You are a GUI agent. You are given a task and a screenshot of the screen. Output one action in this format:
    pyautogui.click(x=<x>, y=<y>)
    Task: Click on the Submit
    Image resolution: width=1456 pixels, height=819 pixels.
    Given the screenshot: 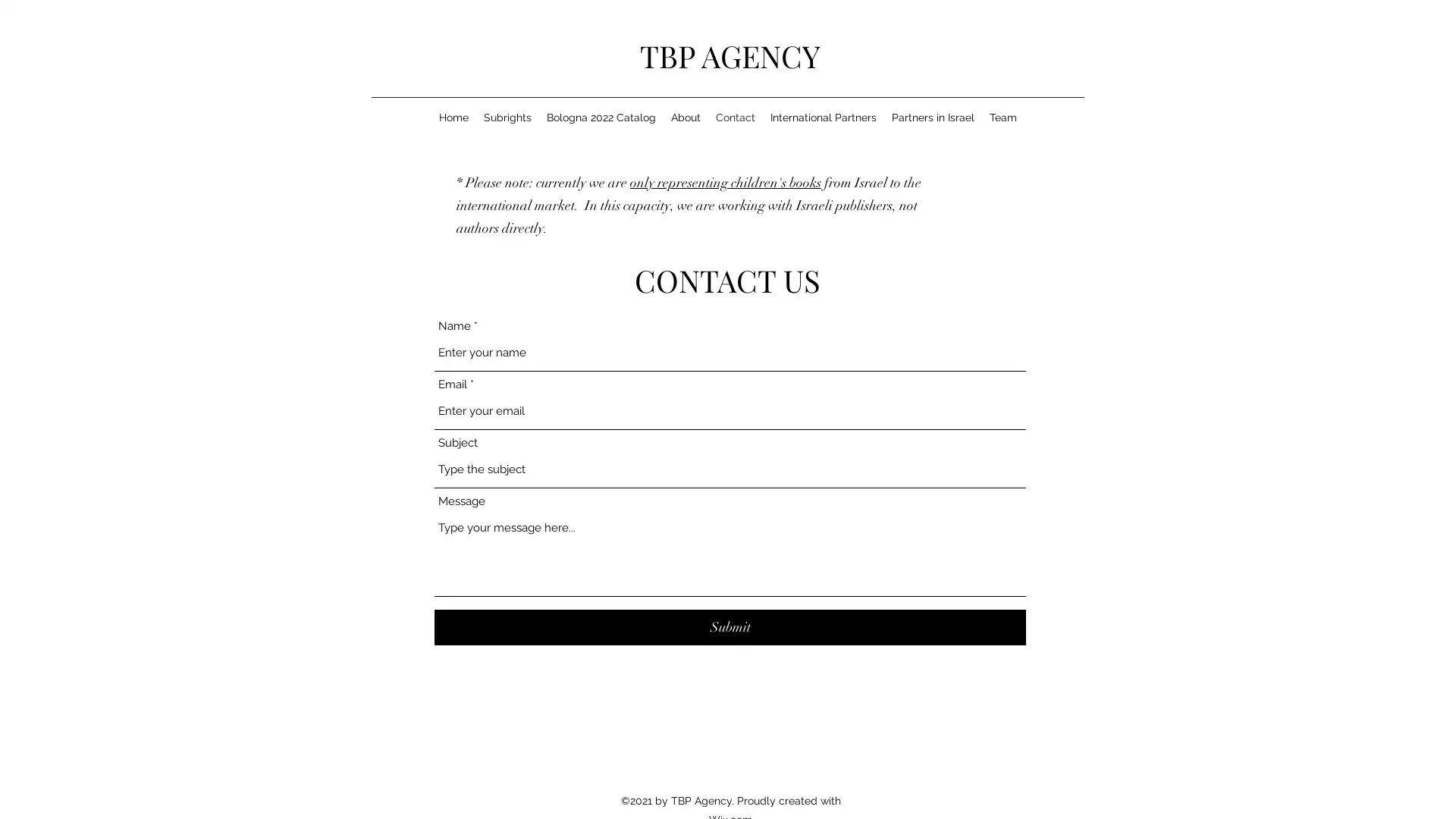 What is the action you would take?
    pyautogui.click(x=730, y=627)
    